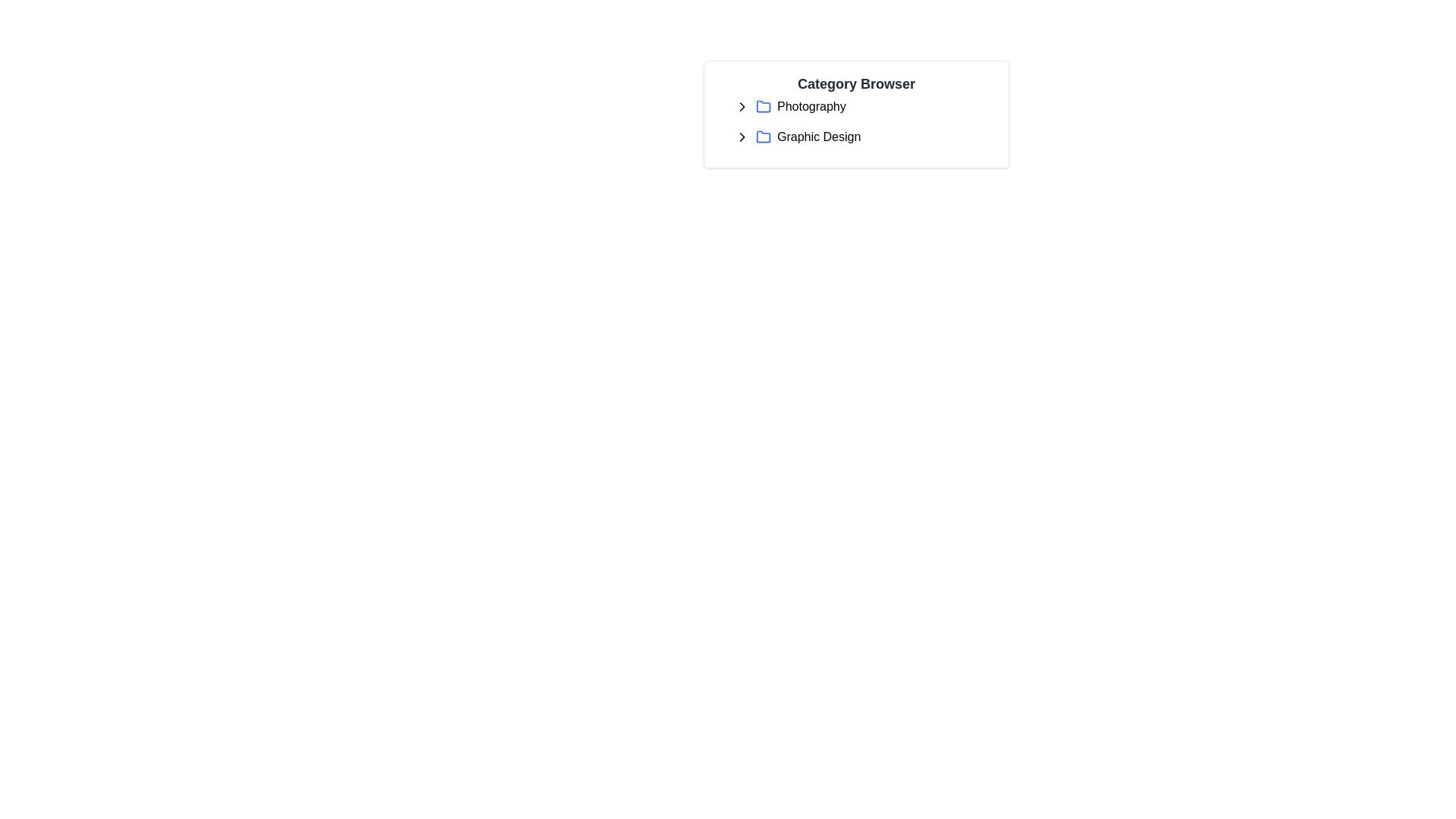  What do you see at coordinates (745, 106) in the screenshot?
I see `the right-pointing chevron icon located to the immediate left of the folder icon and the text 'Photography'` at bounding box center [745, 106].